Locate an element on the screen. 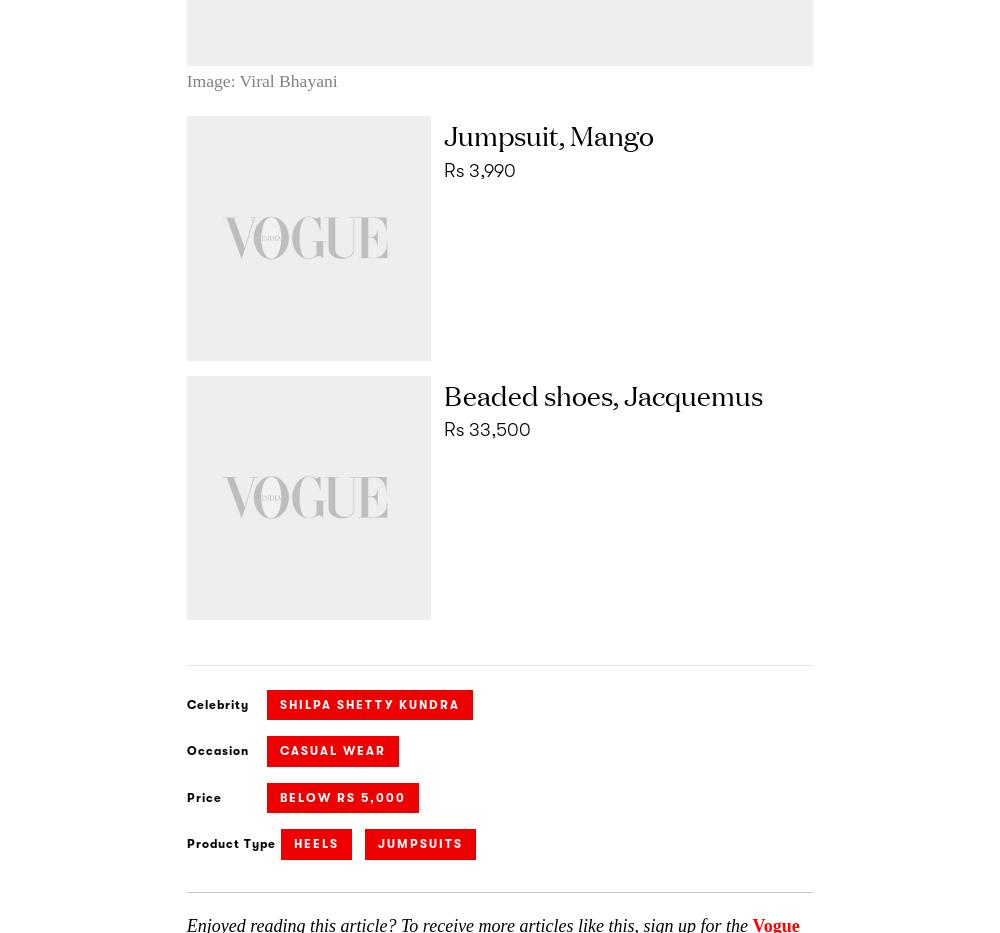 This screenshot has height=933, width=1000. 'Below Rs 5,000' is located at coordinates (341, 796).